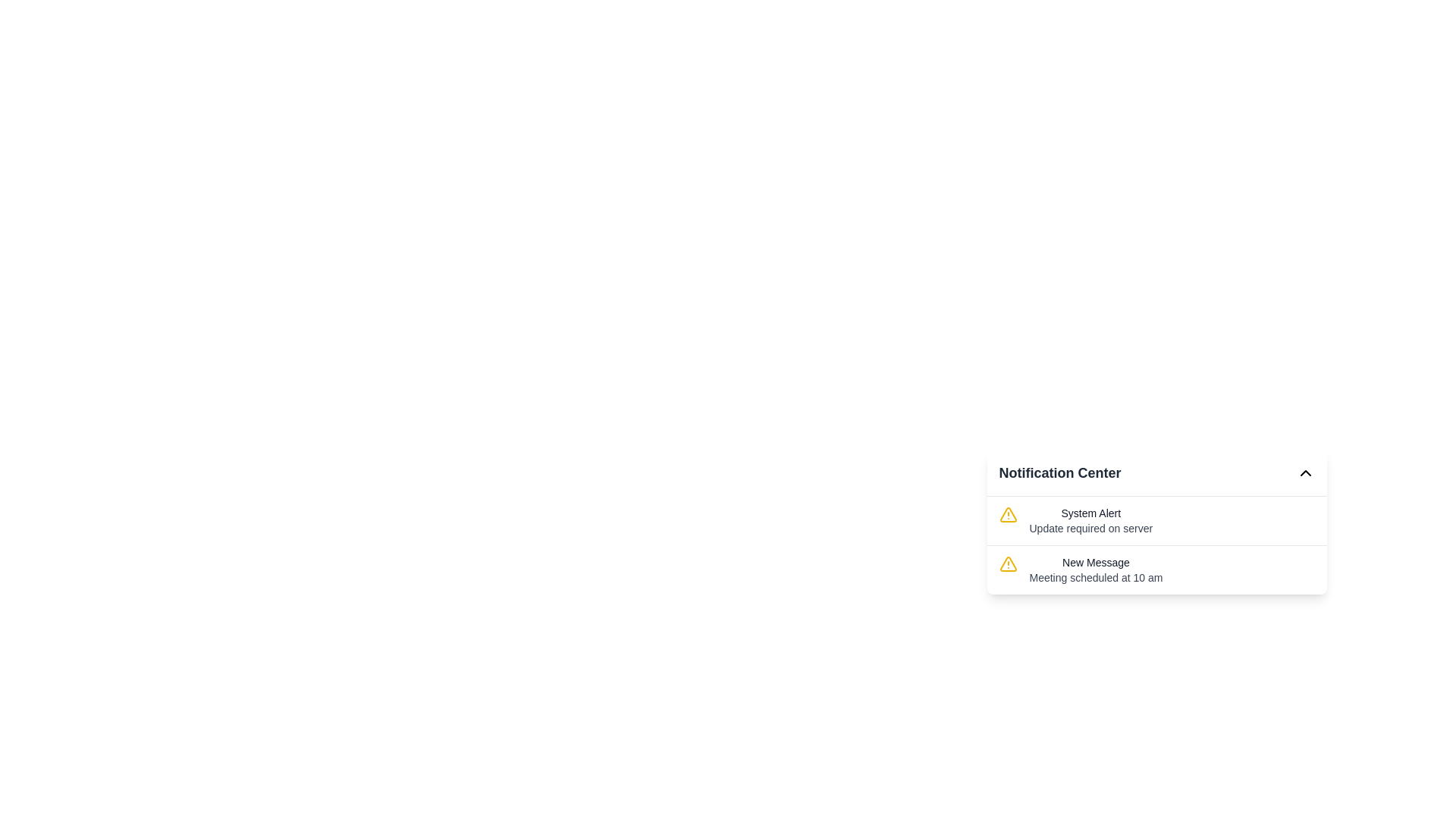 This screenshot has height=819, width=1456. What do you see at coordinates (1008, 564) in the screenshot?
I see `the Warning icon located to the left of the 'New Message' text in the Notification Center to obtain more information about the alert` at bounding box center [1008, 564].